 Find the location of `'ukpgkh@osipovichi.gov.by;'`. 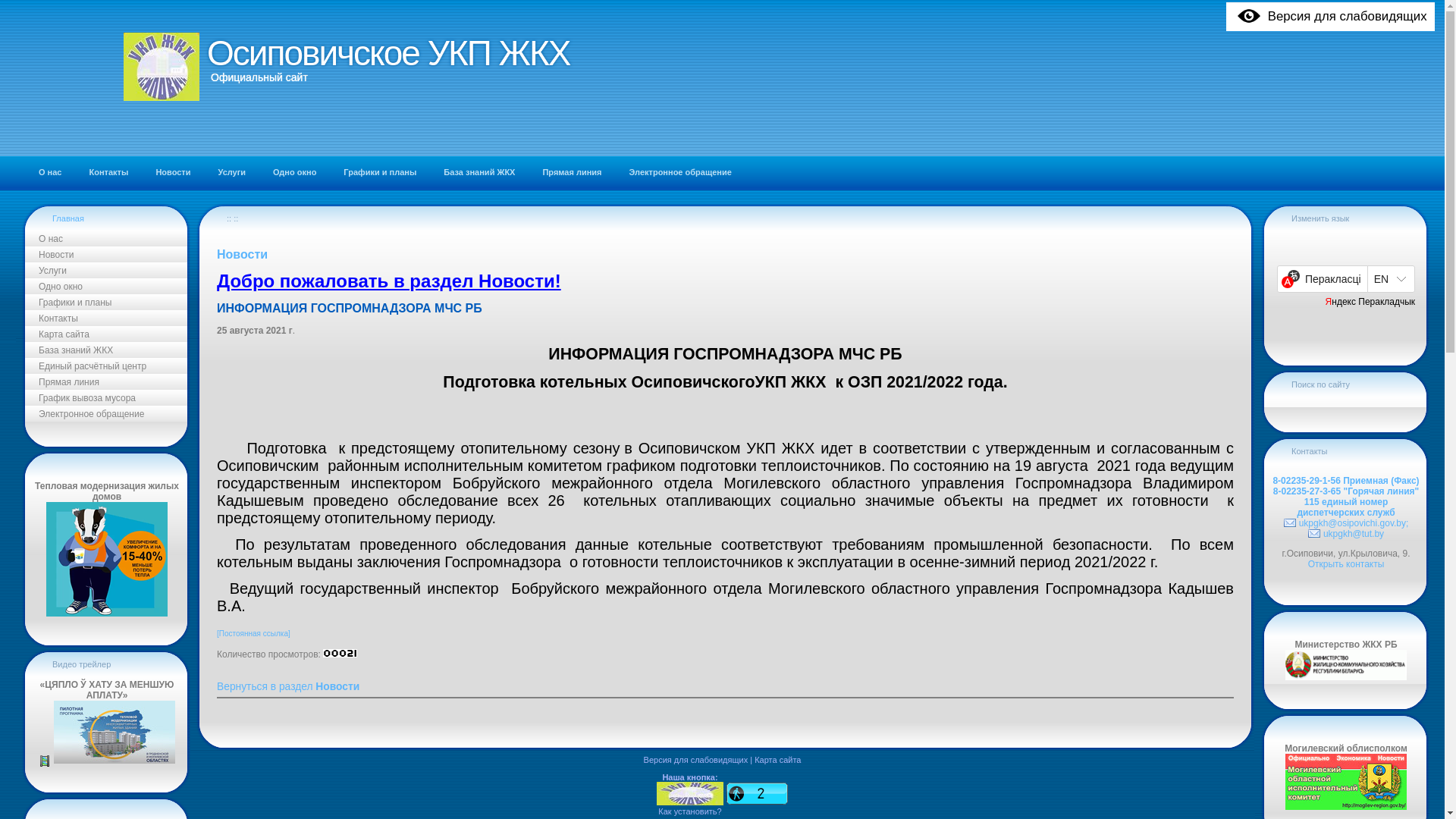

'ukpgkh@osipovichi.gov.by;' is located at coordinates (1346, 522).